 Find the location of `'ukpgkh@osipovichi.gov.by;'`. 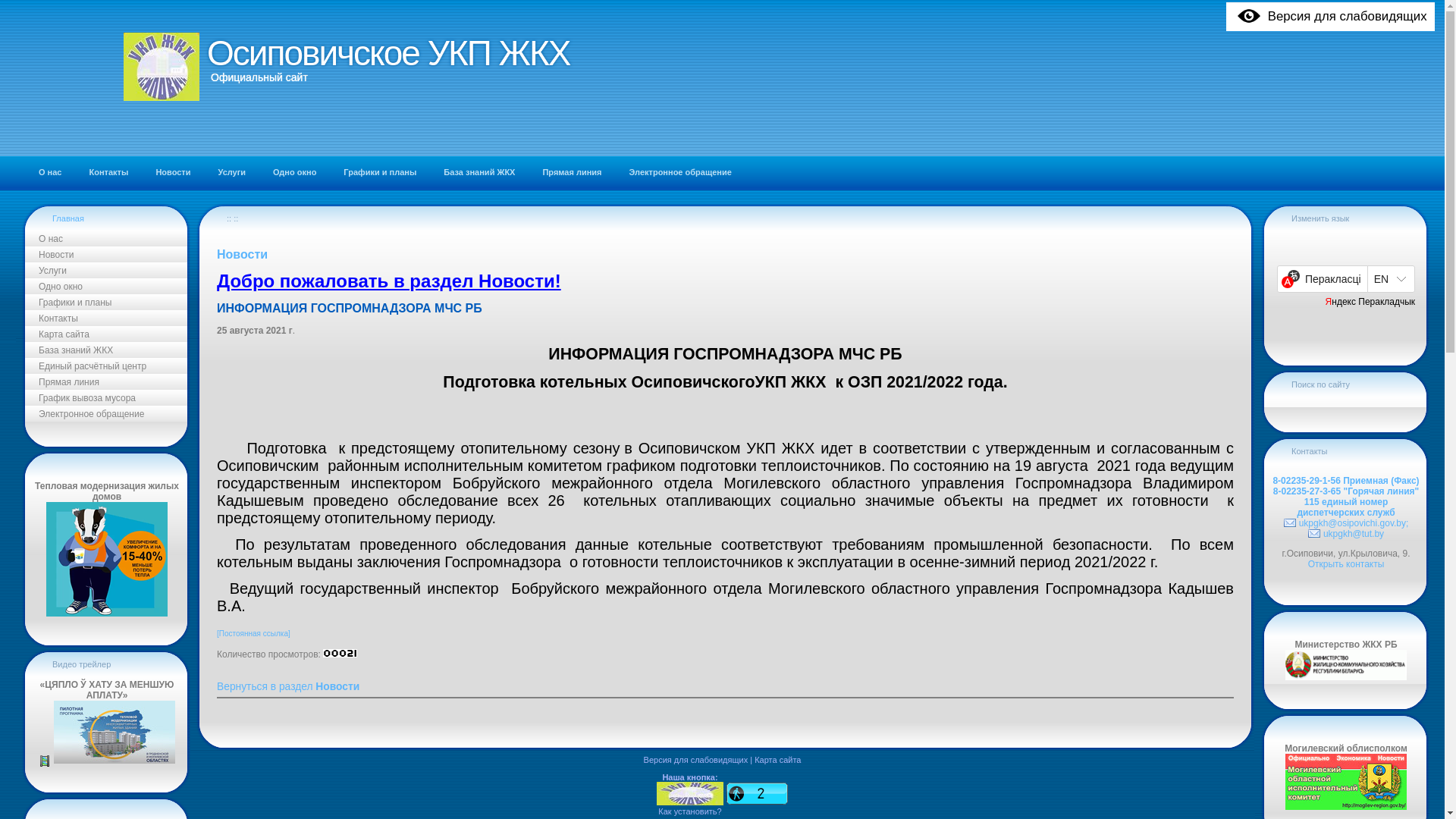

'ukpgkh@osipovichi.gov.by;' is located at coordinates (1346, 522).